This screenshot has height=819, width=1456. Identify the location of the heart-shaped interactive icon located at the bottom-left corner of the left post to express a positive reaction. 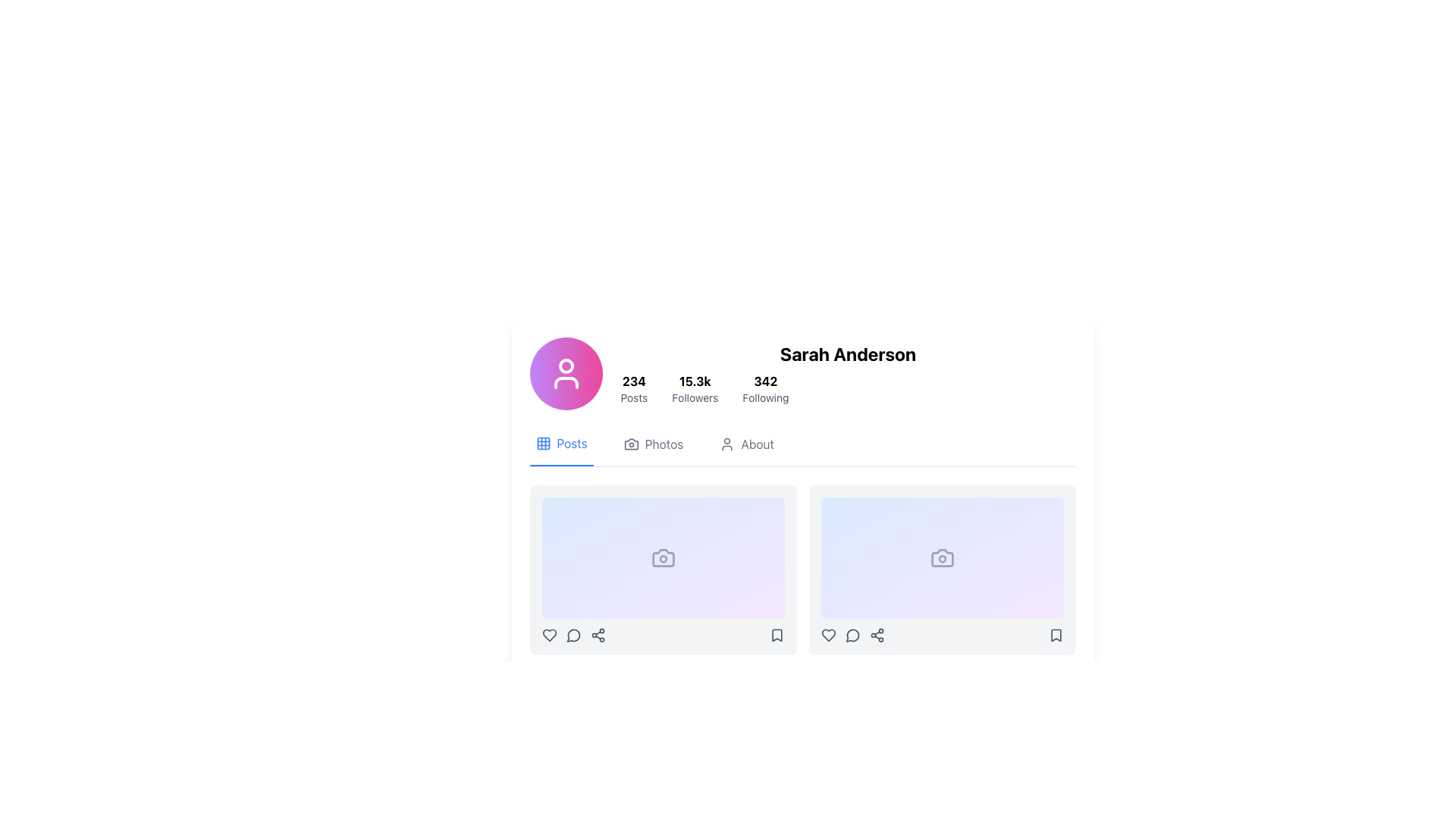
(548, 635).